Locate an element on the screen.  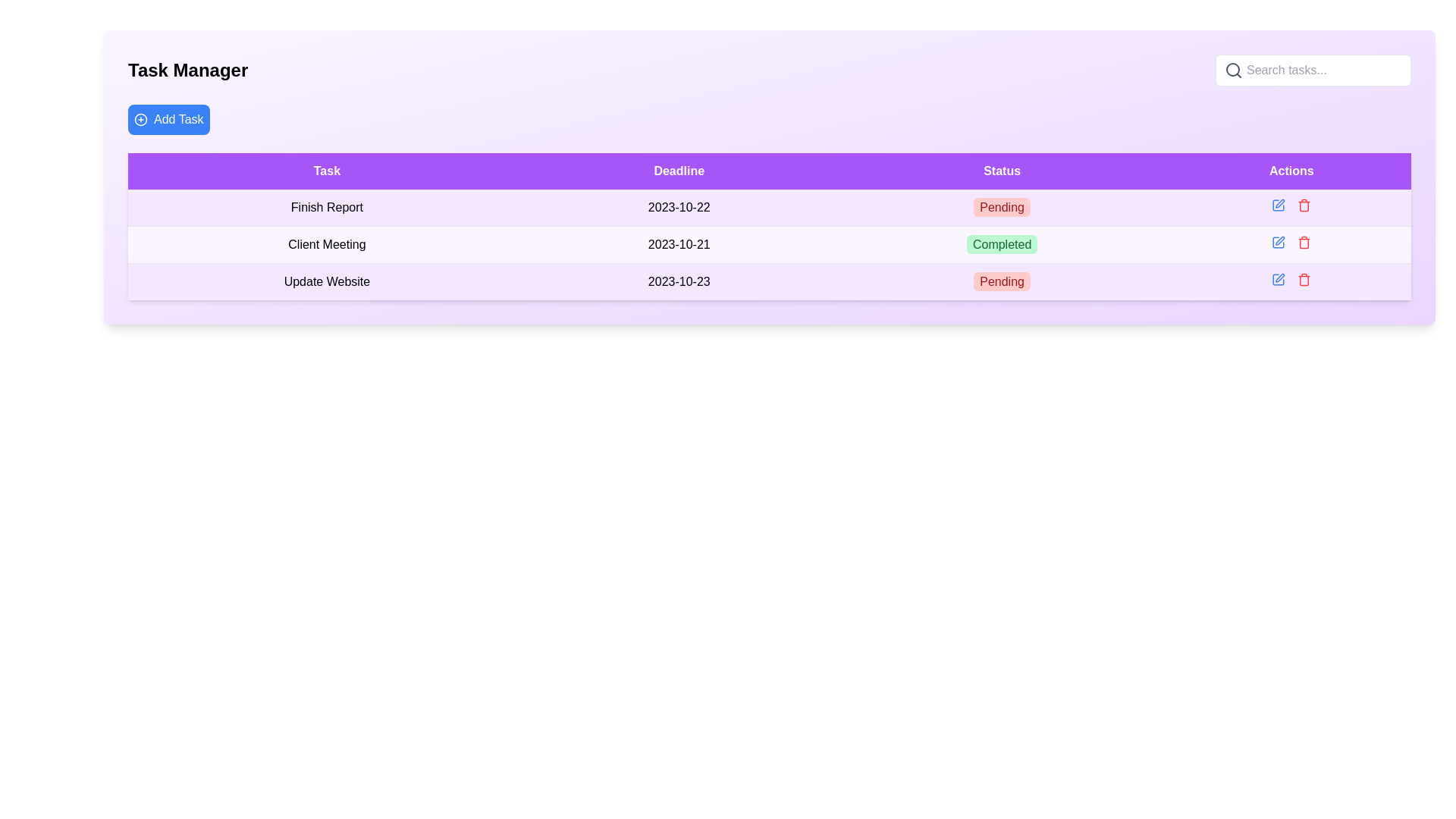
the column header Label indicating tasks, which is the first item in a horizontal row including 'Deadline', 'Status', and 'Actions' is located at coordinates (326, 171).